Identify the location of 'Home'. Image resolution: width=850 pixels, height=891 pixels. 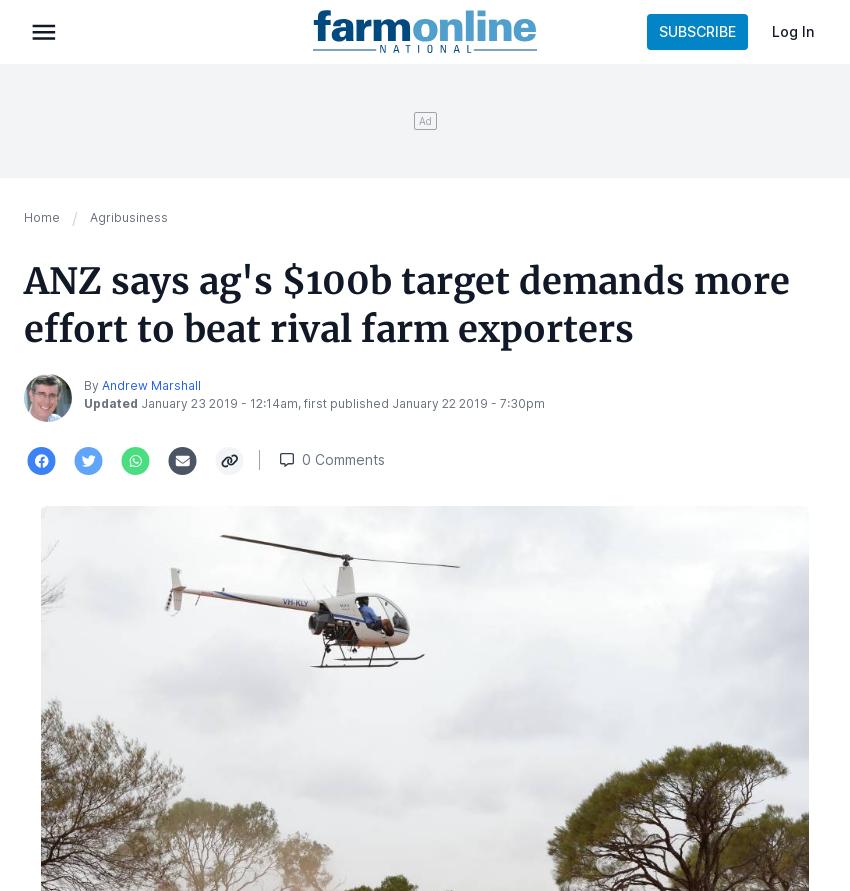
(40, 217).